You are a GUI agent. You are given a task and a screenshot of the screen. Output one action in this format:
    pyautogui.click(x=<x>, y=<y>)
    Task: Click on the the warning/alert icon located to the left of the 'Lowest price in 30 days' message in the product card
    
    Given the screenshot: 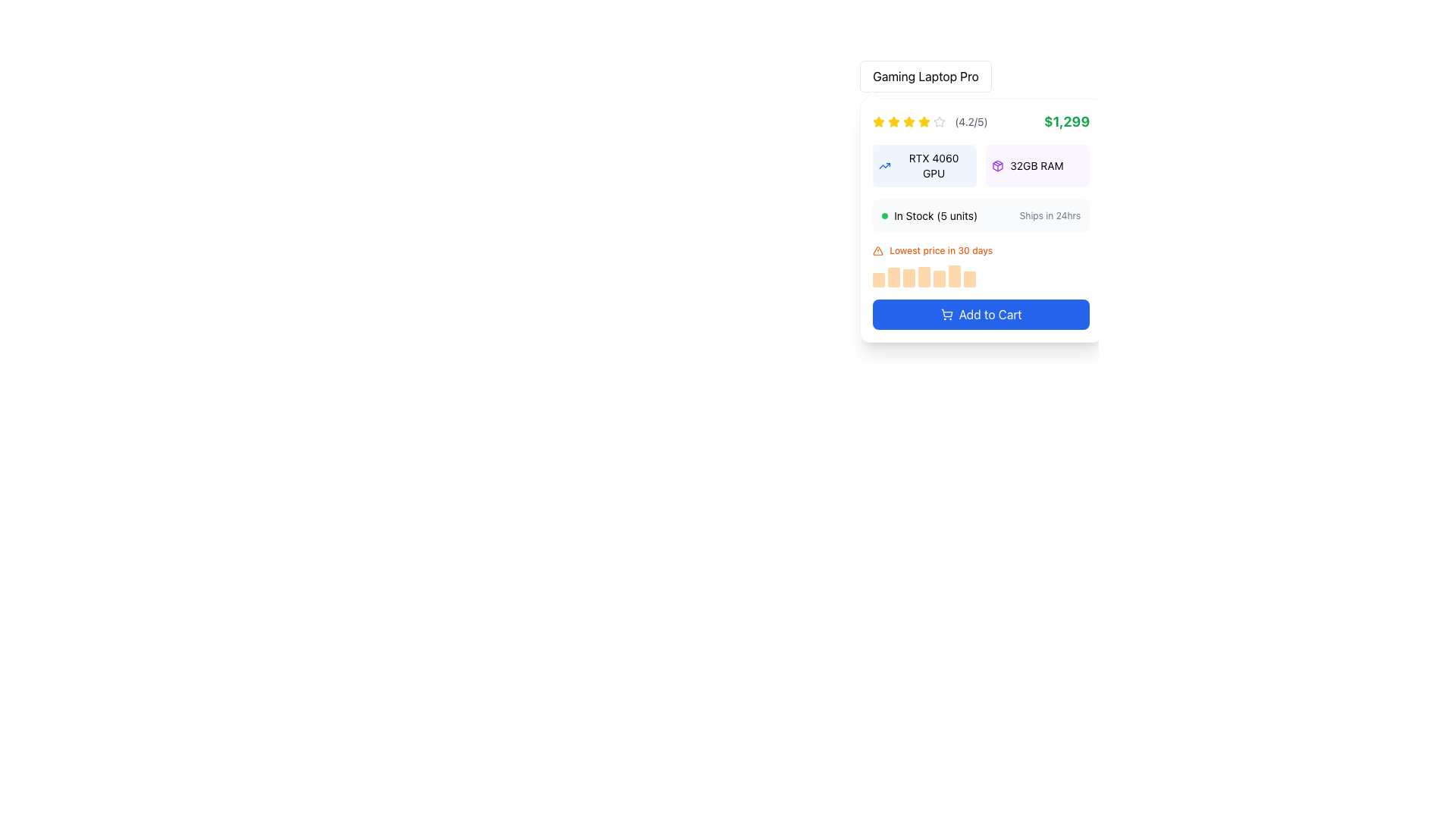 What is the action you would take?
    pyautogui.click(x=878, y=250)
    